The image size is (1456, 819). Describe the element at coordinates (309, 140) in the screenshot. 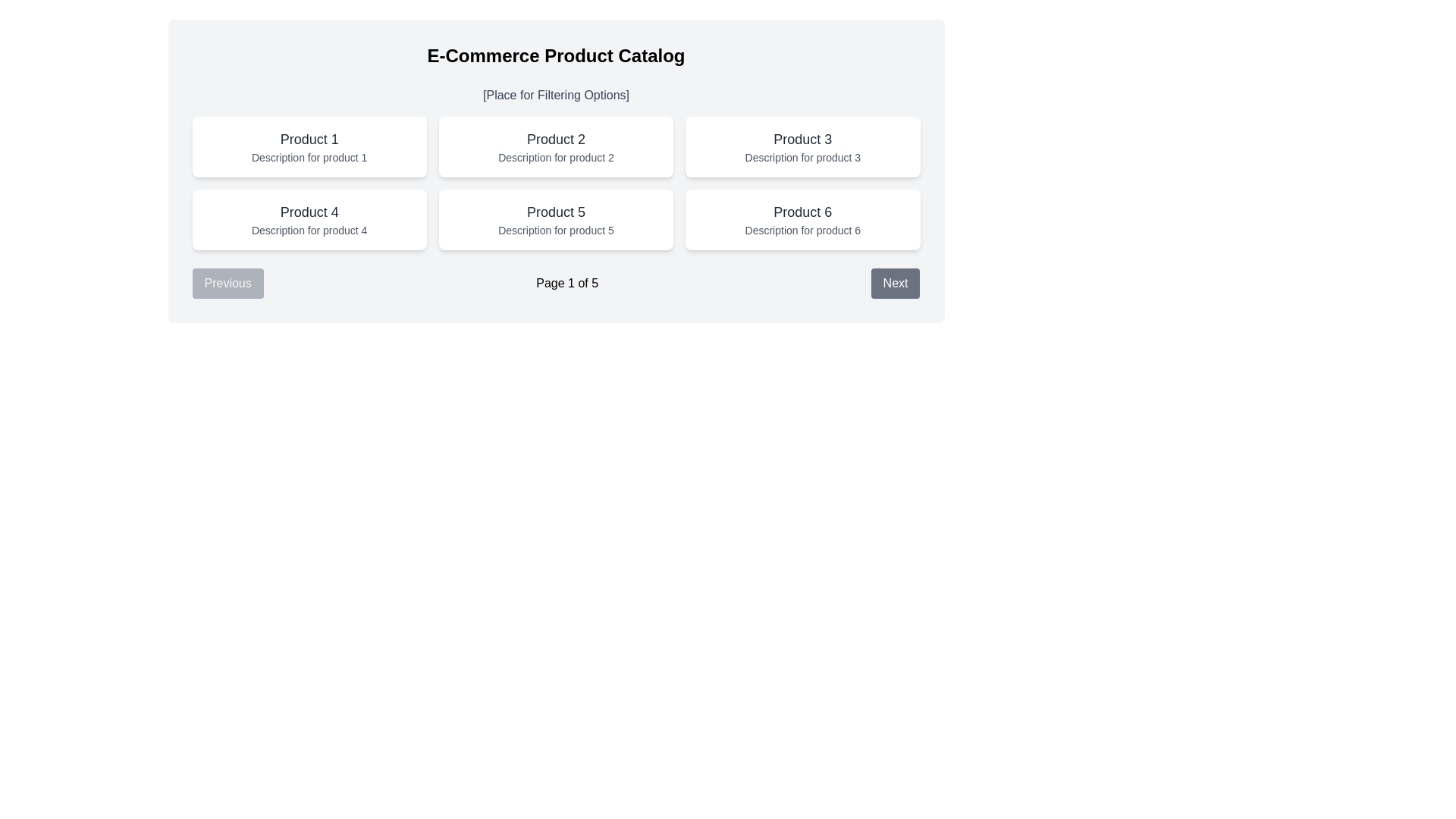

I see `the 'Product 1' text label, which is displayed in a bold font at the top of the first card in the product catalog grid` at that location.